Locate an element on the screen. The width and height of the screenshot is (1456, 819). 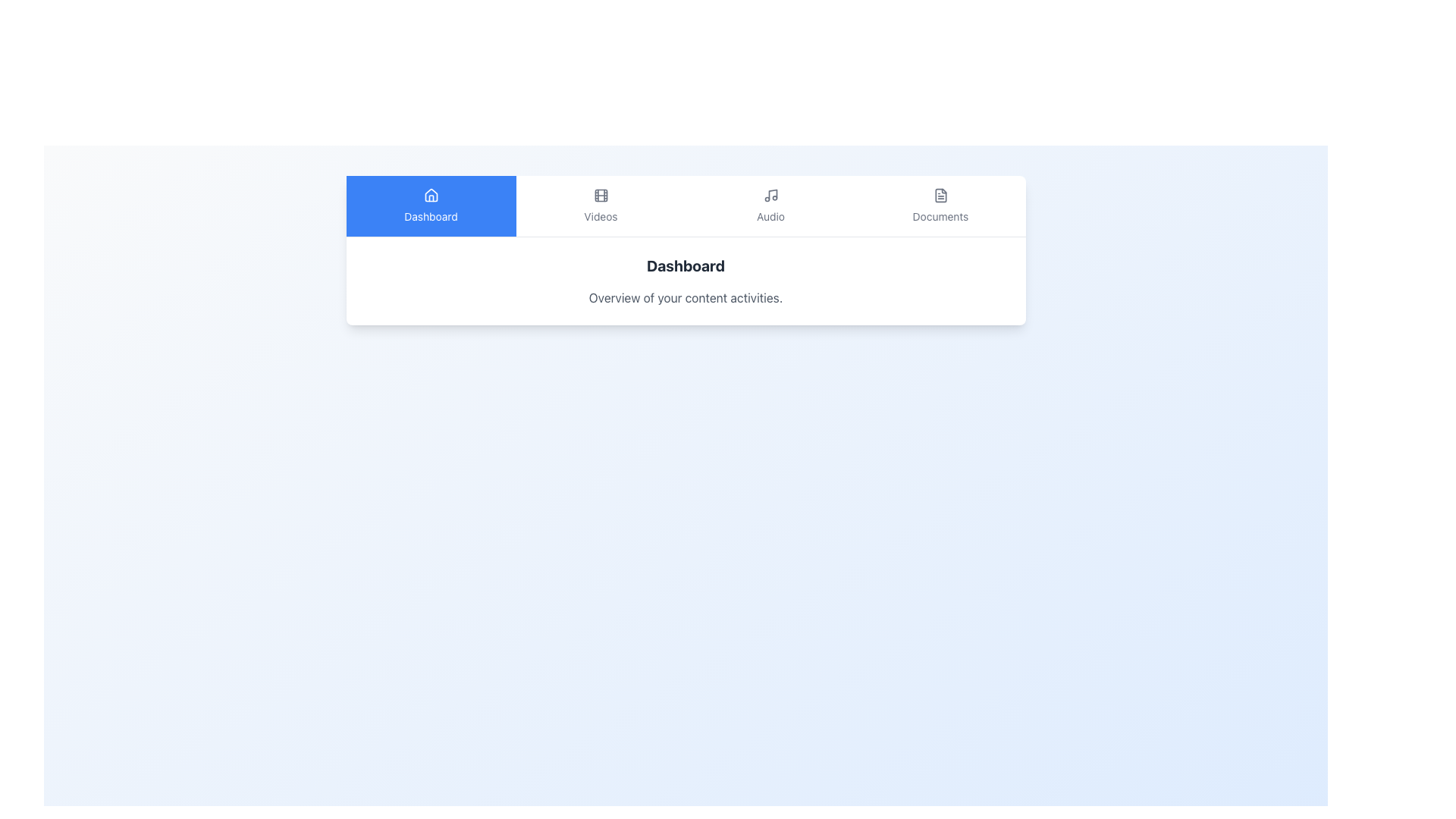
the minimalist house-shaped icon in white on a blue background located above the 'Dashboard' label in the navigation bar is located at coordinates (430, 195).